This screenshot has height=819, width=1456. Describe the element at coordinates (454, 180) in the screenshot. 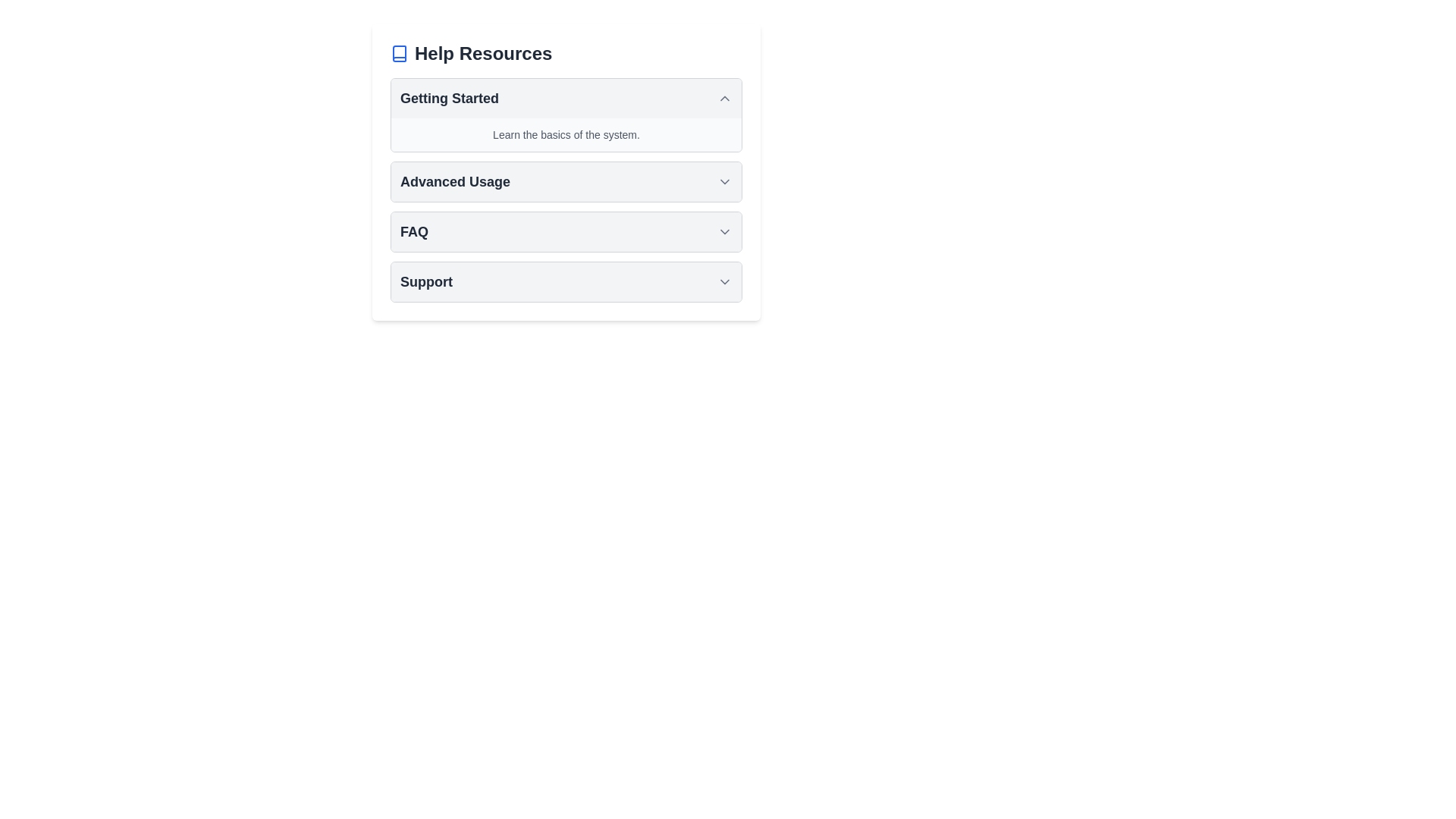

I see `the text label indicating a category under 'Help Resources', positioned in the second list item, aligned to the left with a chevron icon adjacent to it` at that location.